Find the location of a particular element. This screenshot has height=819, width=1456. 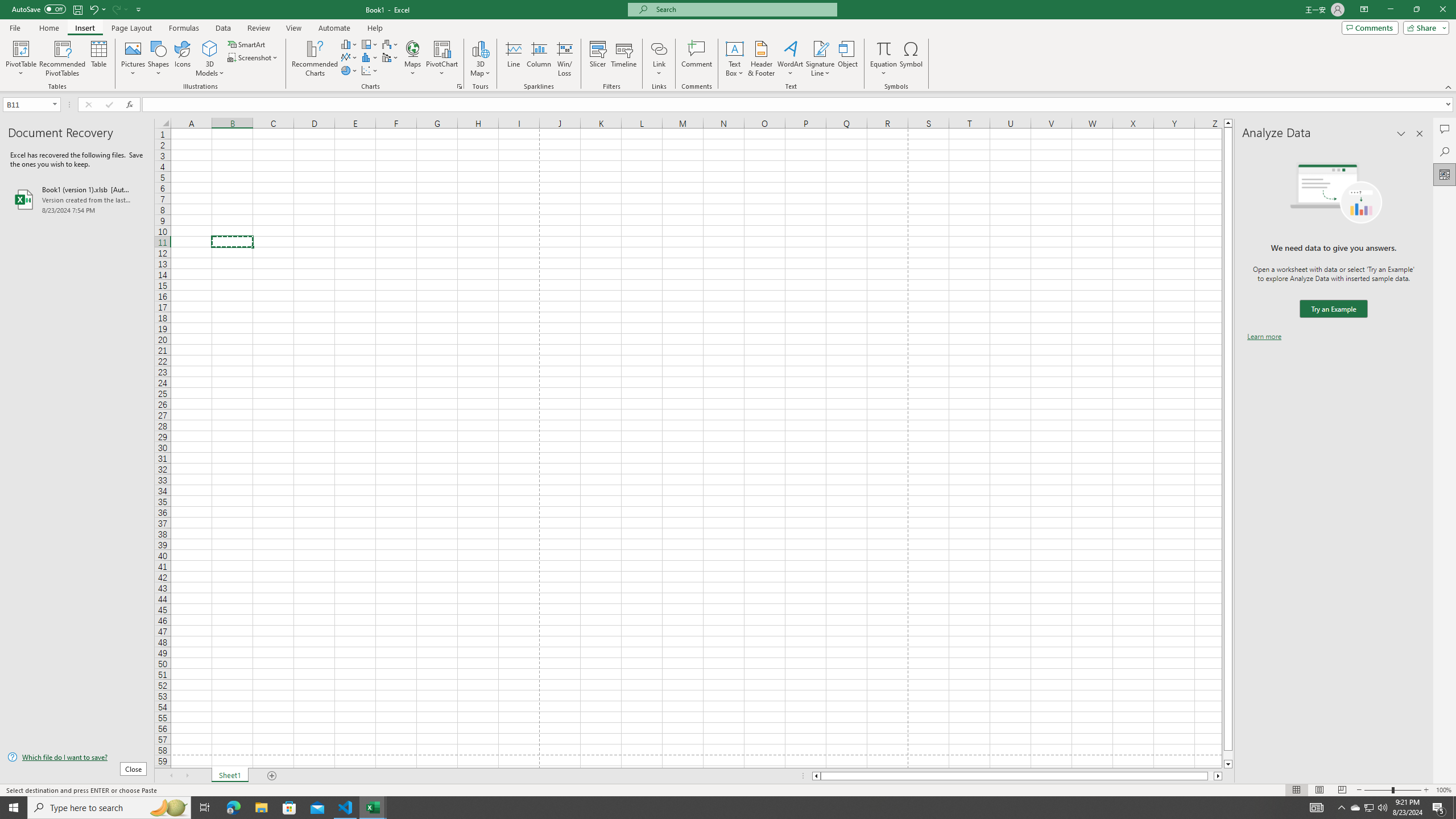

'Recommended PivotTables' is located at coordinates (63, 59).